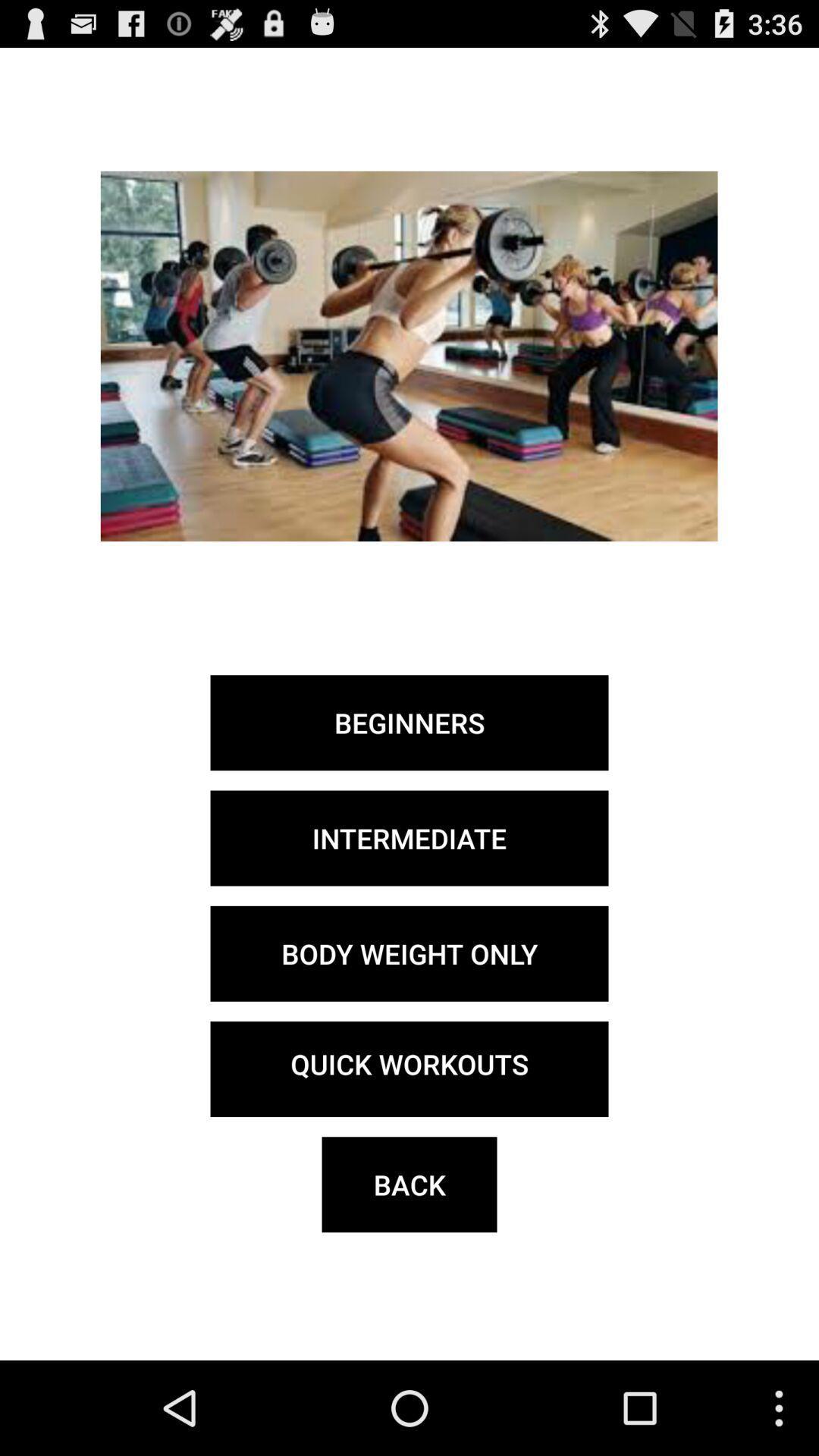 This screenshot has height=1456, width=819. Describe the element at coordinates (409, 1184) in the screenshot. I see `back` at that location.